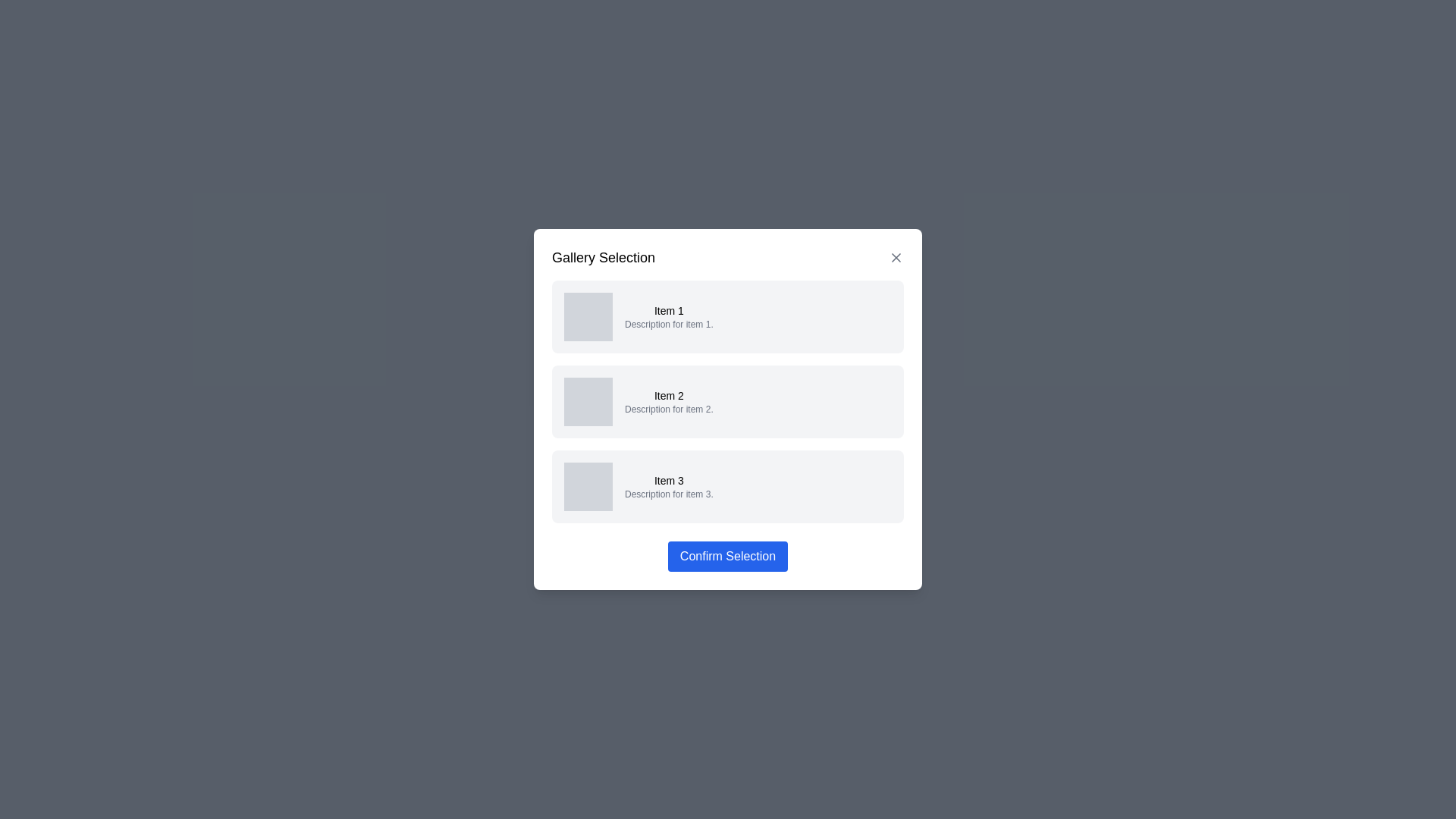 The height and width of the screenshot is (819, 1456). Describe the element at coordinates (668, 494) in the screenshot. I see `the static text label providing additional information about 'Item 3', located directly below the bolded text 'Item 3.'` at that location.